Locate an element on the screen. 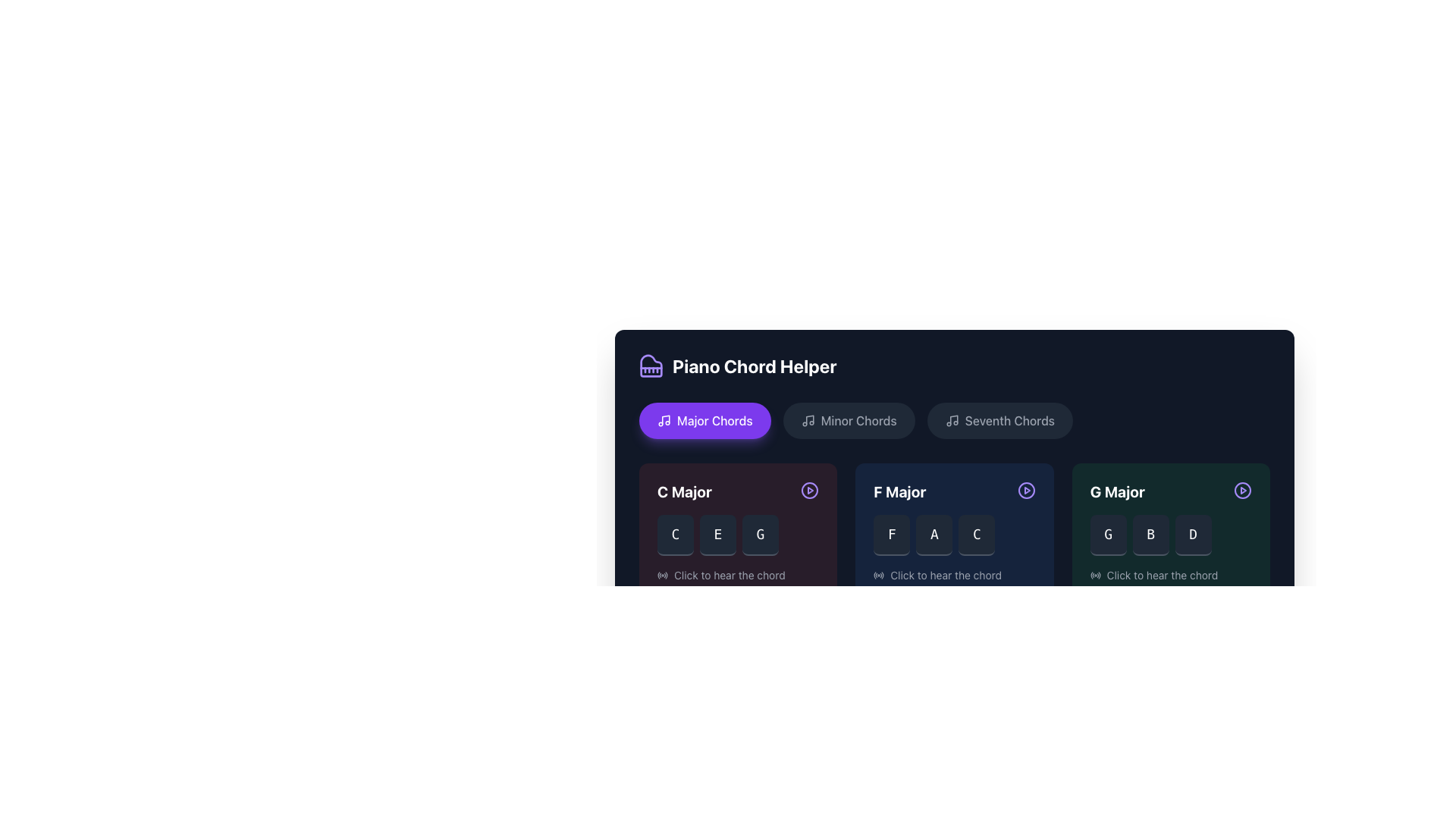 The image size is (1456, 819). the small musical note icon located within the 'Minor Chords' button, positioned to the left of the button's text is located at coordinates (807, 421).